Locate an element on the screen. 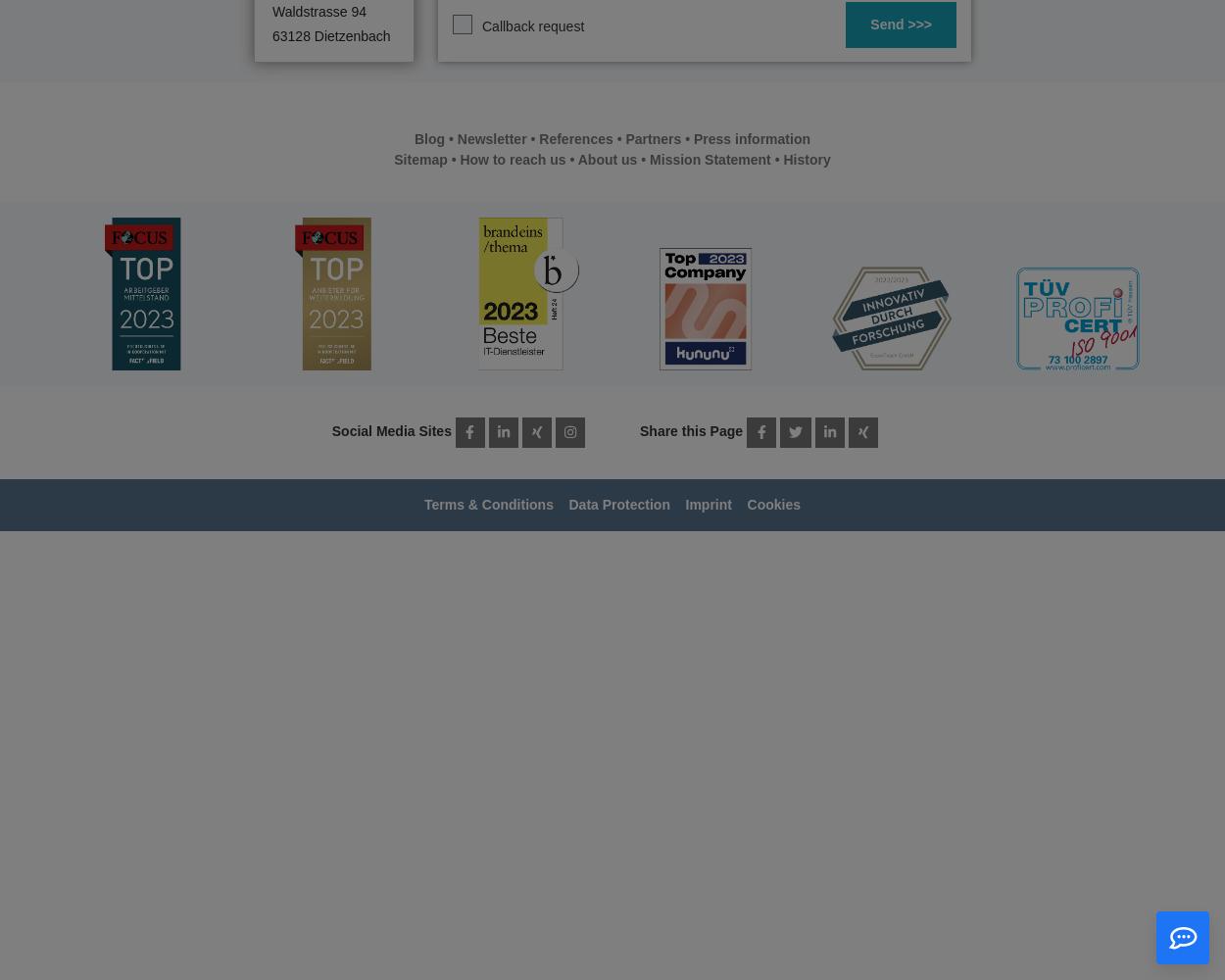 The image size is (1225, 980). 'Cookies' is located at coordinates (773, 505).